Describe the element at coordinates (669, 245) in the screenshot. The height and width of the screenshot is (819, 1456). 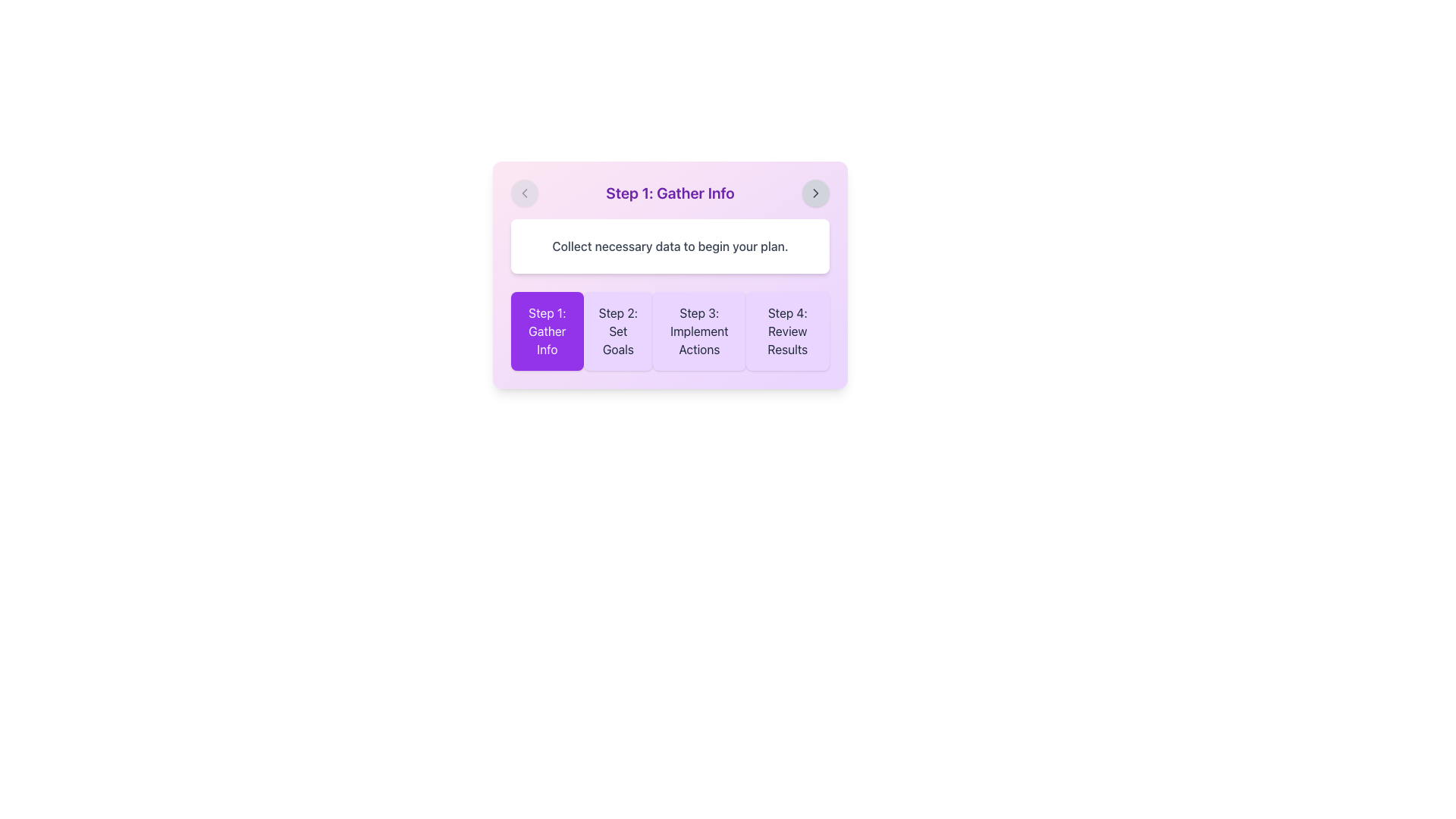
I see `instruction text displayed in the Static Text Element located centrally within the white box below the title 'Step 1: Gather Info'` at that location.